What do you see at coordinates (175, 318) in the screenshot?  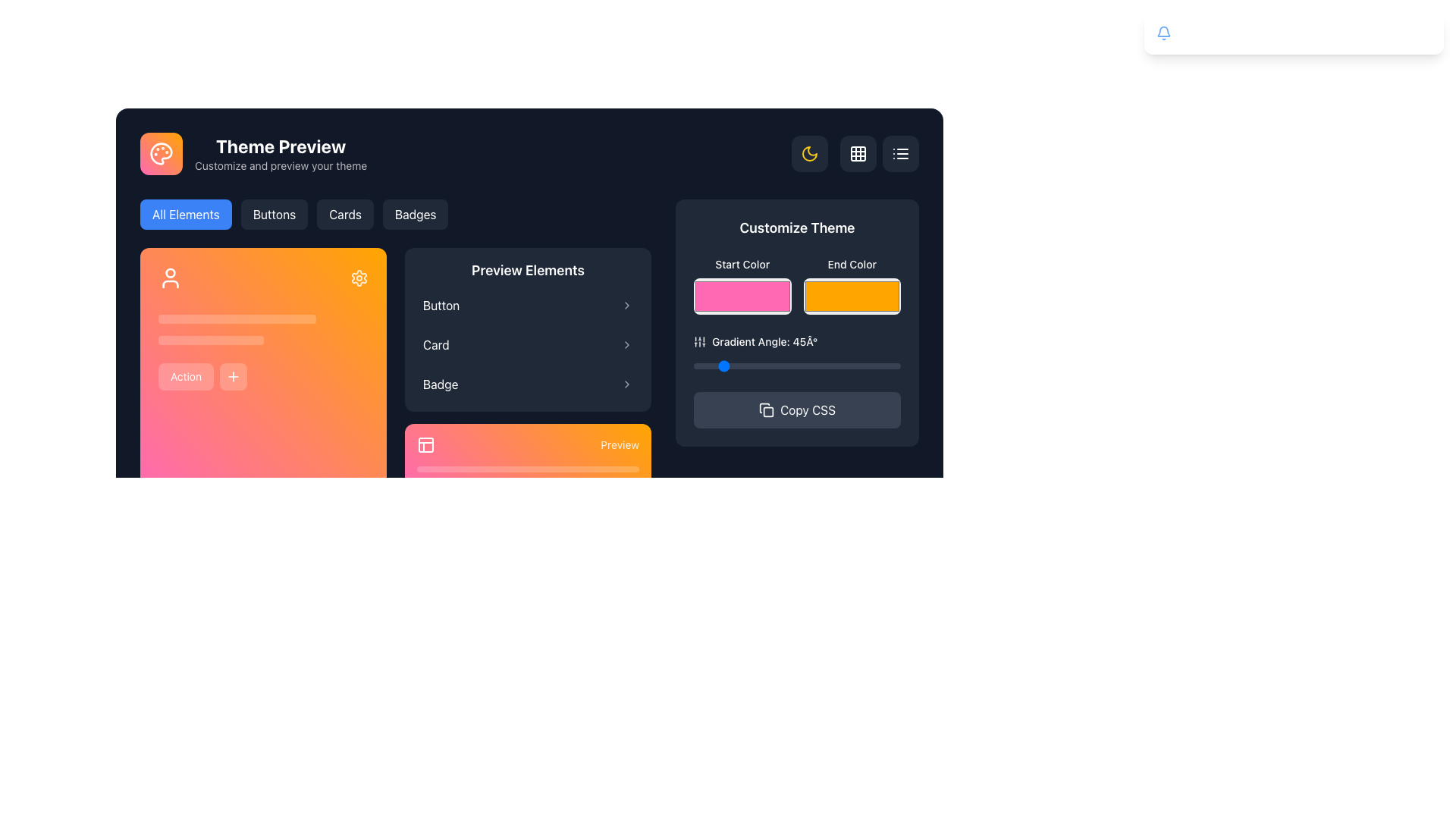 I see `the slider` at bounding box center [175, 318].